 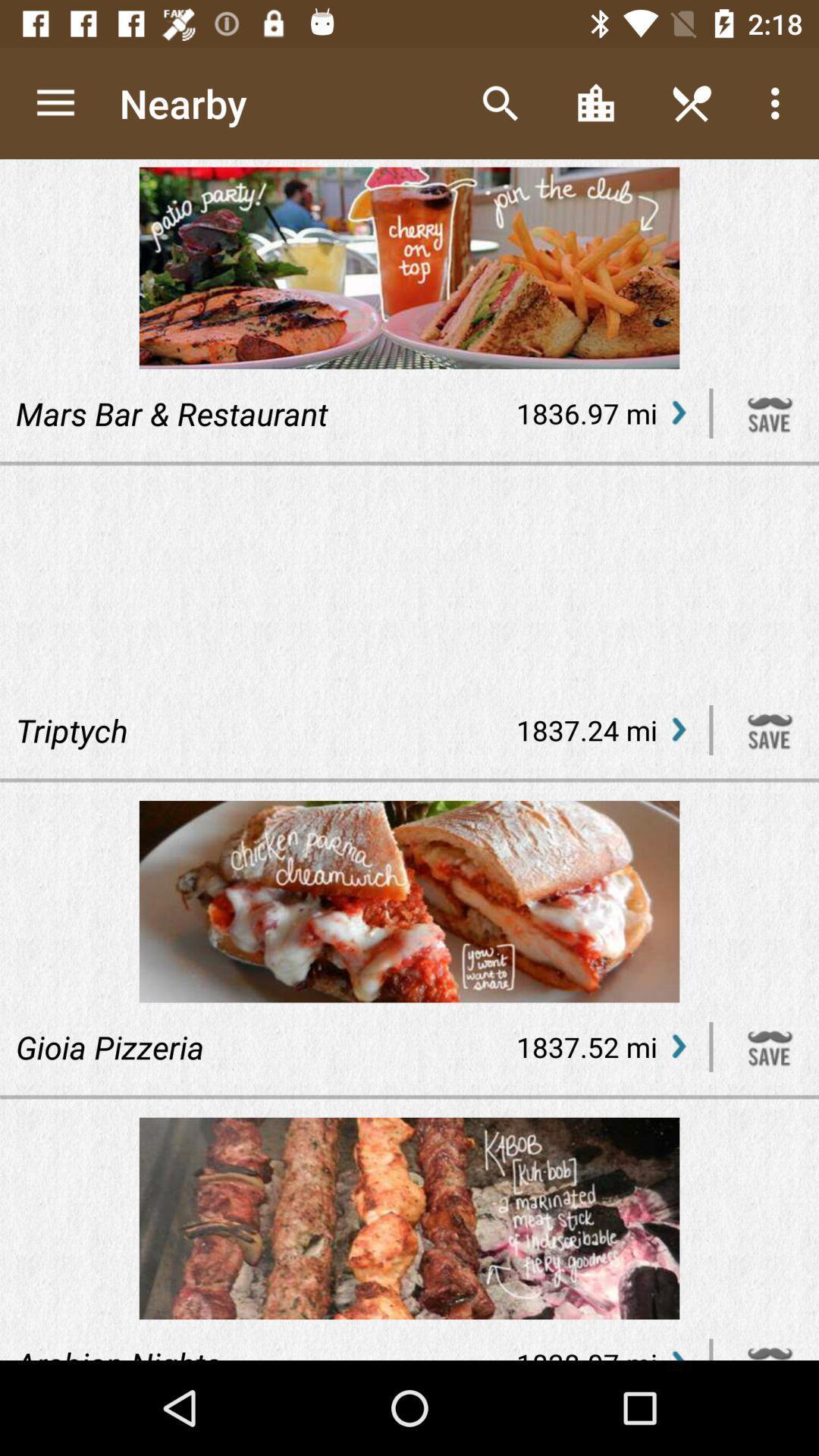 What do you see at coordinates (770, 1046) in the screenshot?
I see `button` at bounding box center [770, 1046].